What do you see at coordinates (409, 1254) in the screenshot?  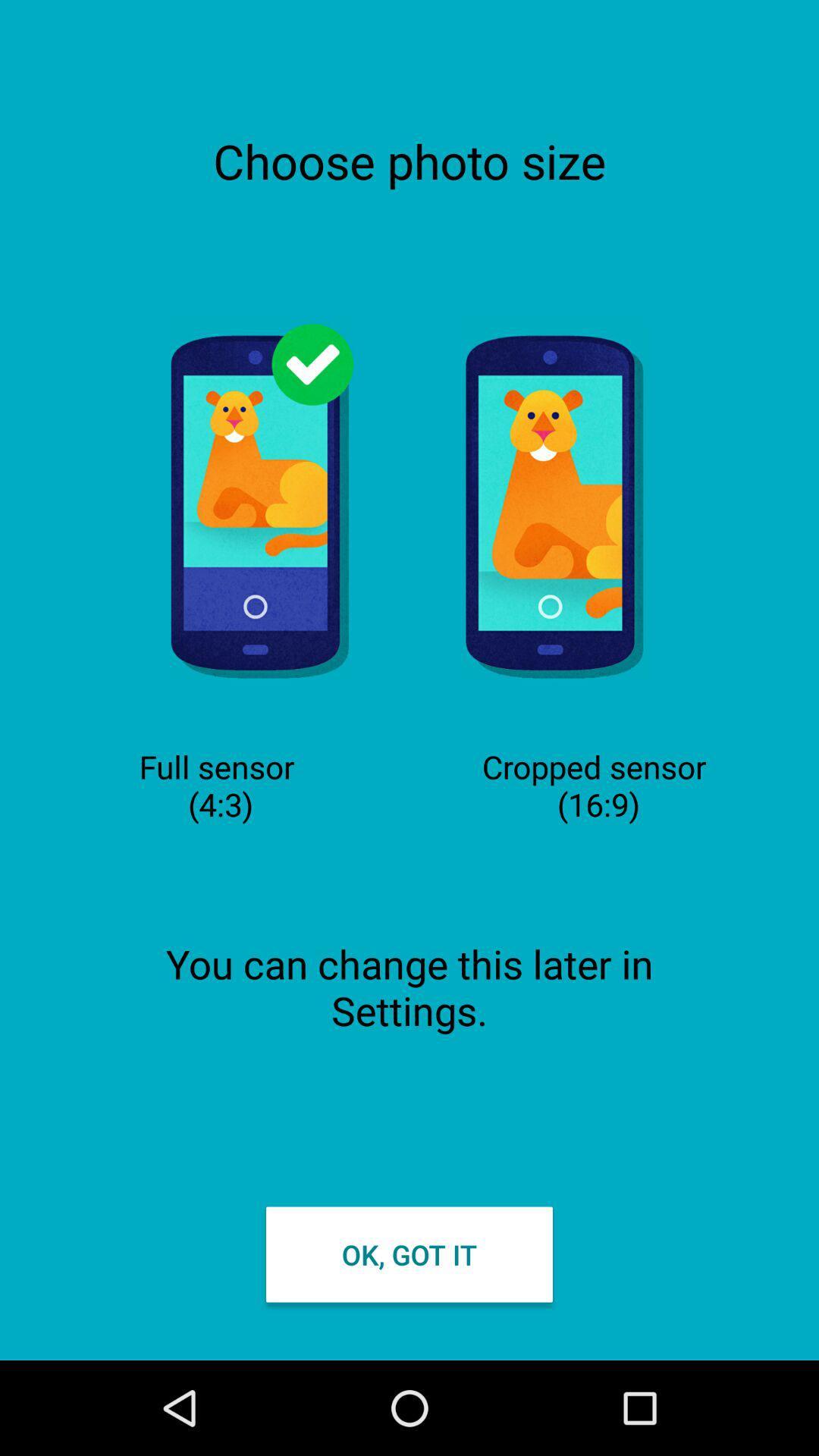 I see `the ok, got it` at bounding box center [409, 1254].